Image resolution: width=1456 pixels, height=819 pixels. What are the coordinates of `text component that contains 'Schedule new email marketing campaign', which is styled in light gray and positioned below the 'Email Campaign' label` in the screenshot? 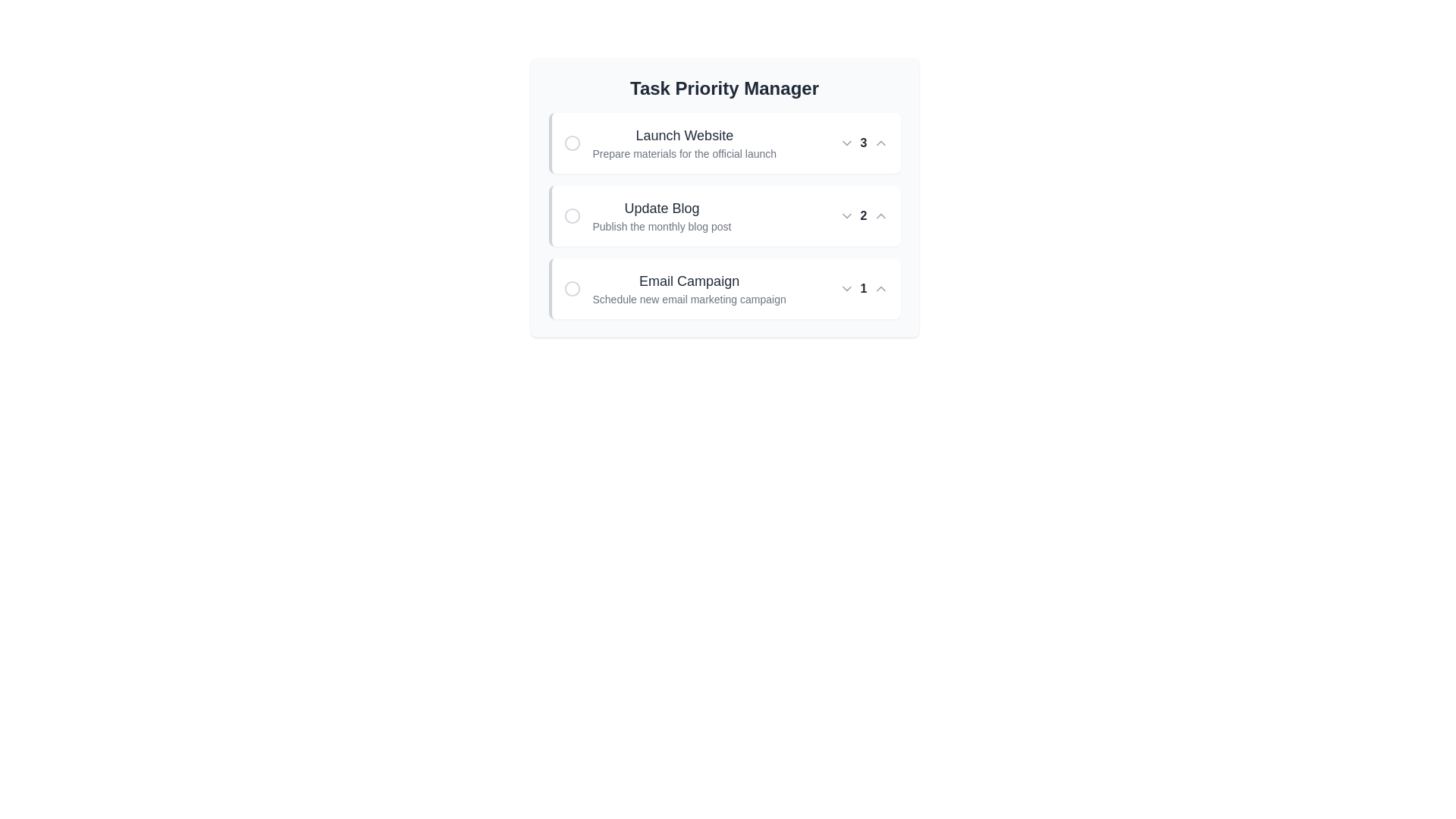 It's located at (689, 299).